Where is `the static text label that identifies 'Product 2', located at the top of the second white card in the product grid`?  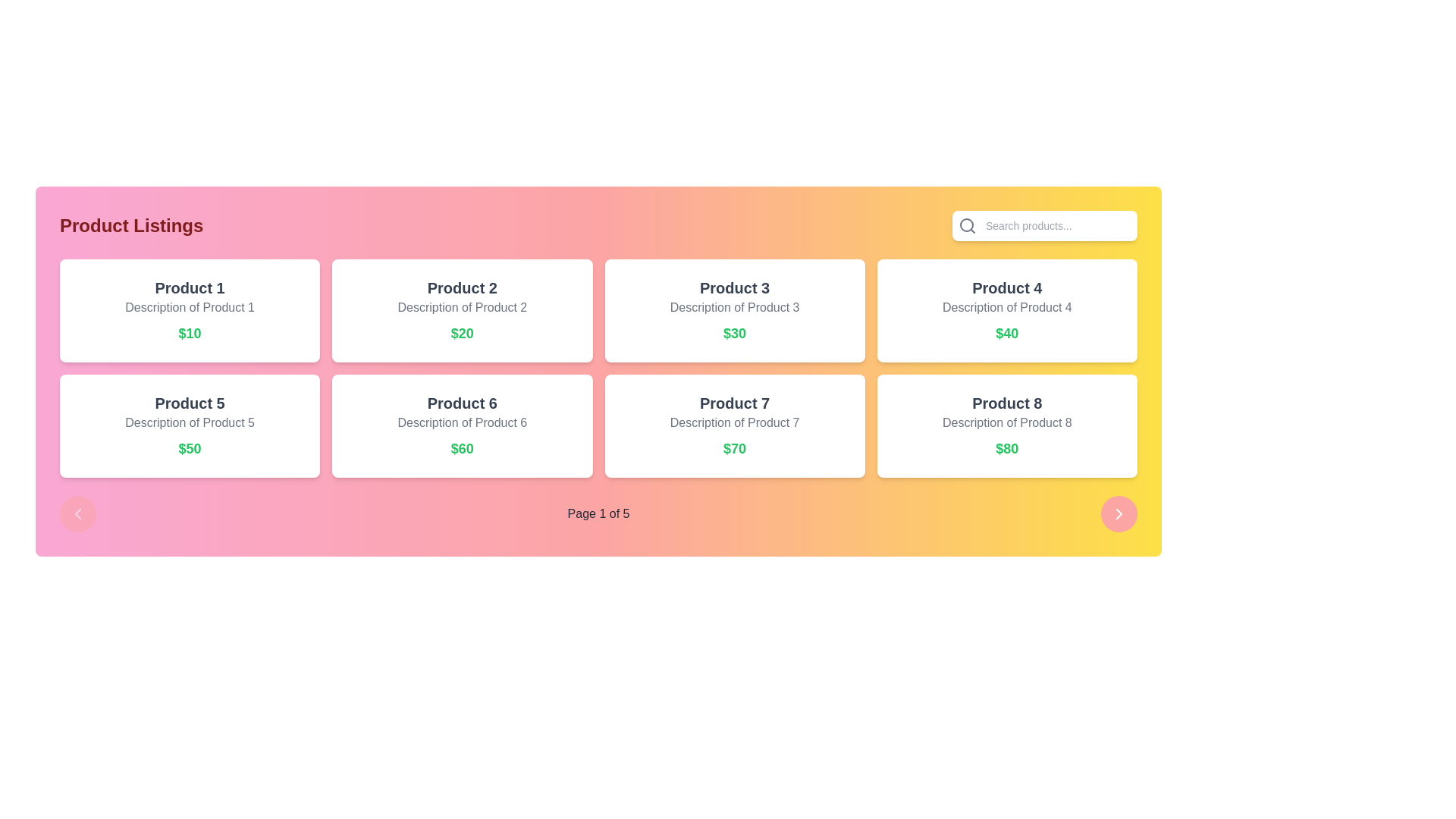
the static text label that identifies 'Product 2', located at the top of the second white card in the product grid is located at coordinates (461, 288).